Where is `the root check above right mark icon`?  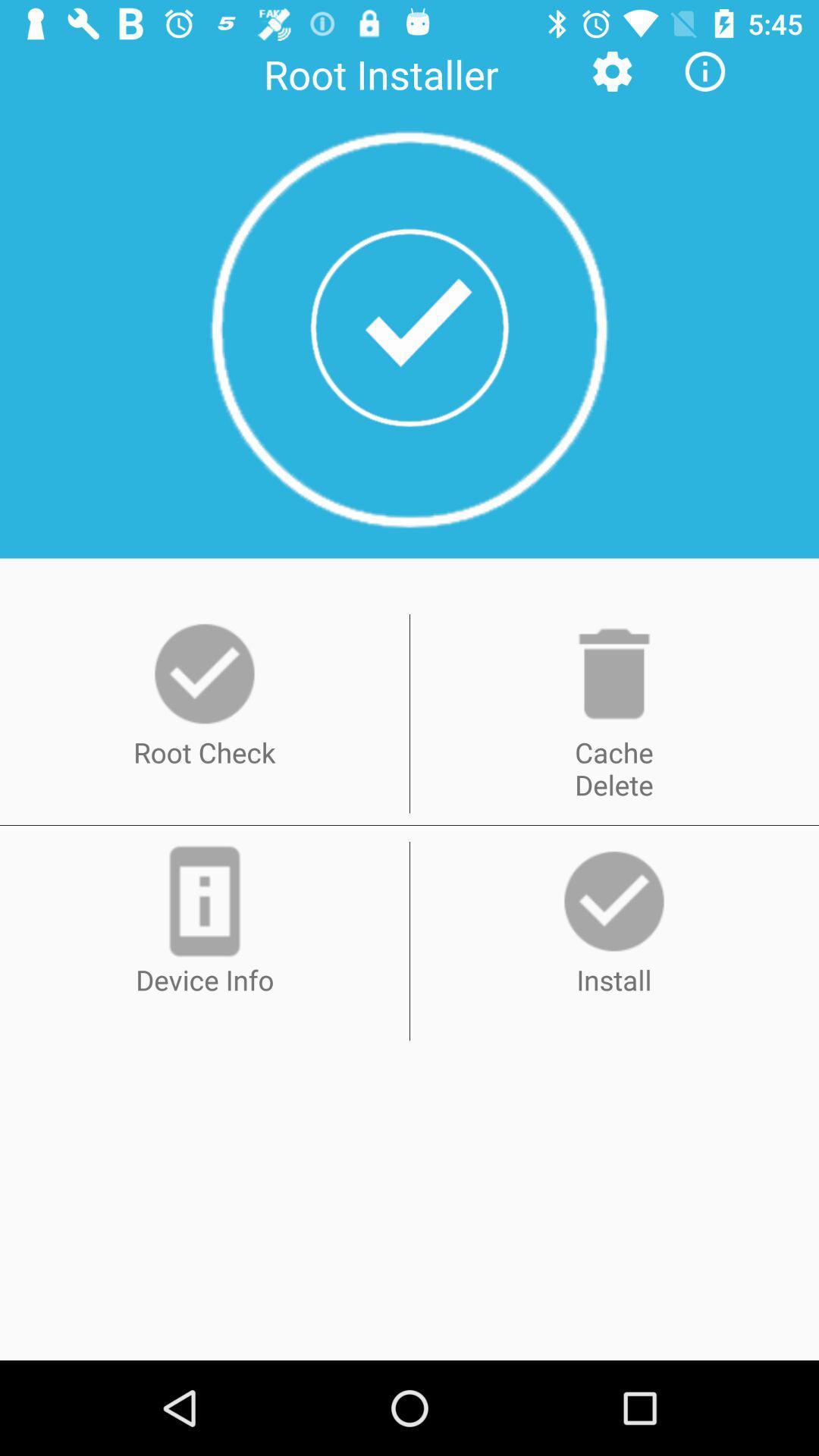
the root check above right mark icon is located at coordinates (205, 673).